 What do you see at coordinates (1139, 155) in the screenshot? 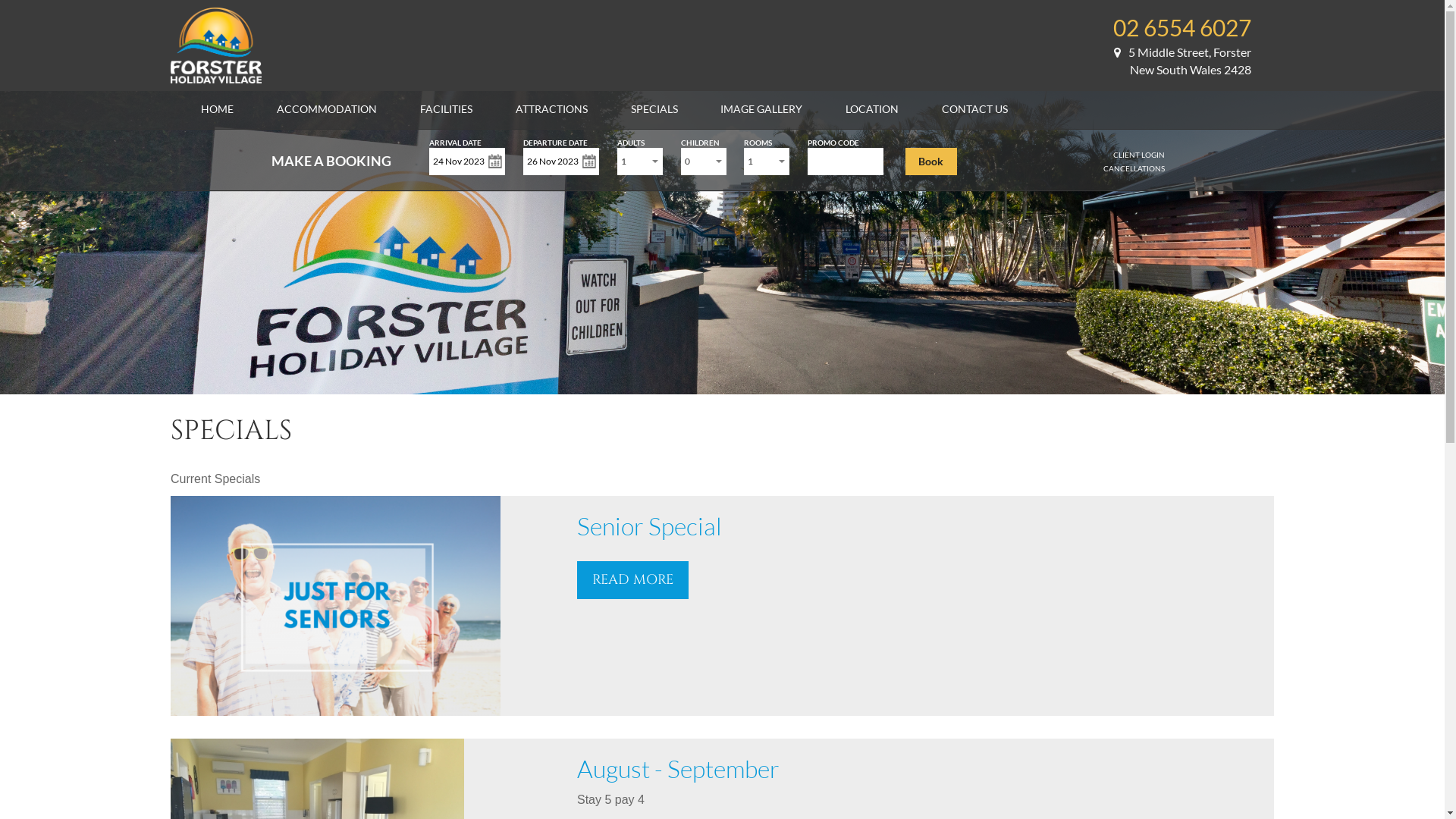
I see `'CLIENT LOGIN'` at bounding box center [1139, 155].